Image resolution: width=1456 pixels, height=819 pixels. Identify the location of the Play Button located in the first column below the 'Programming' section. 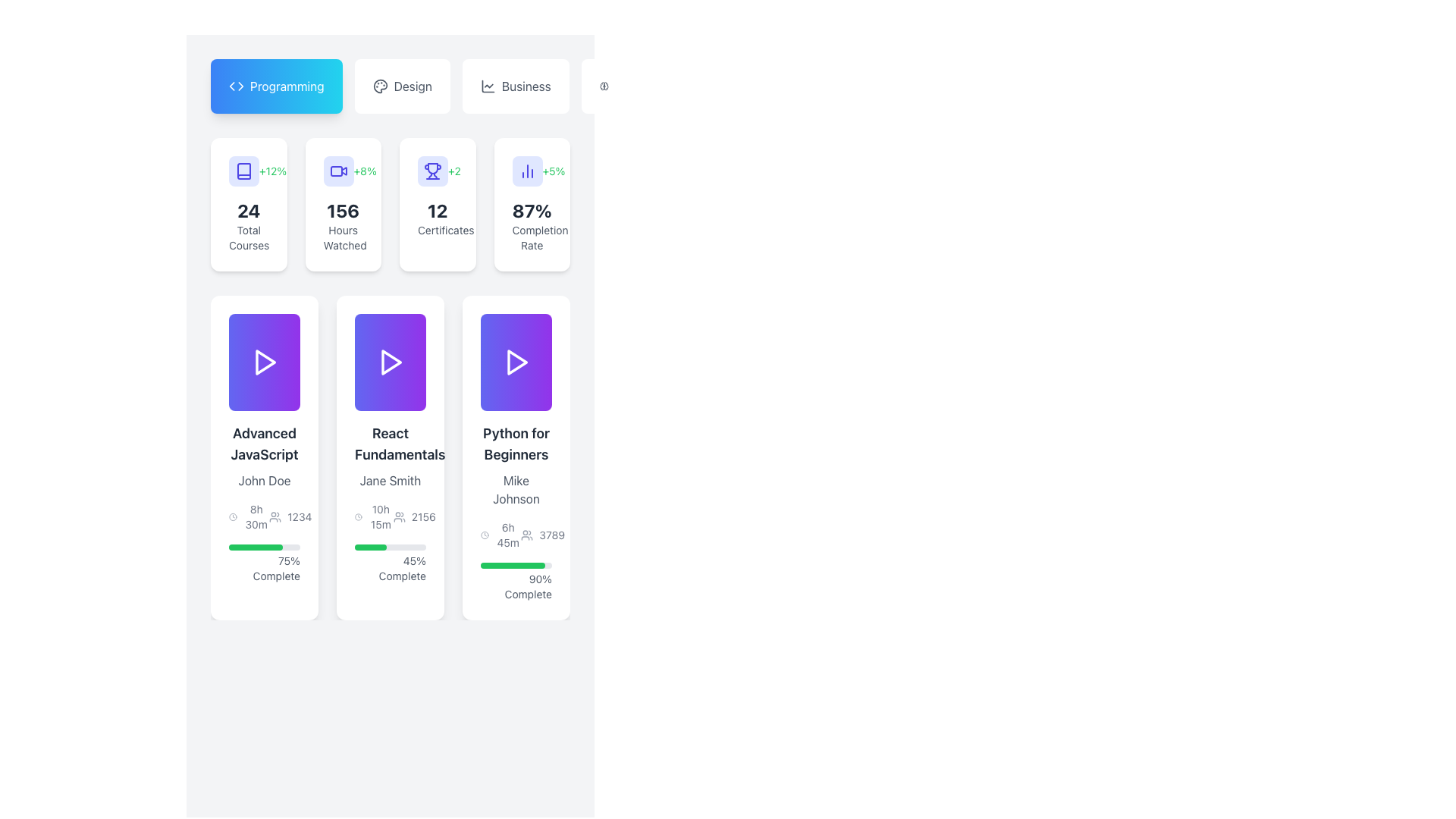
(265, 362).